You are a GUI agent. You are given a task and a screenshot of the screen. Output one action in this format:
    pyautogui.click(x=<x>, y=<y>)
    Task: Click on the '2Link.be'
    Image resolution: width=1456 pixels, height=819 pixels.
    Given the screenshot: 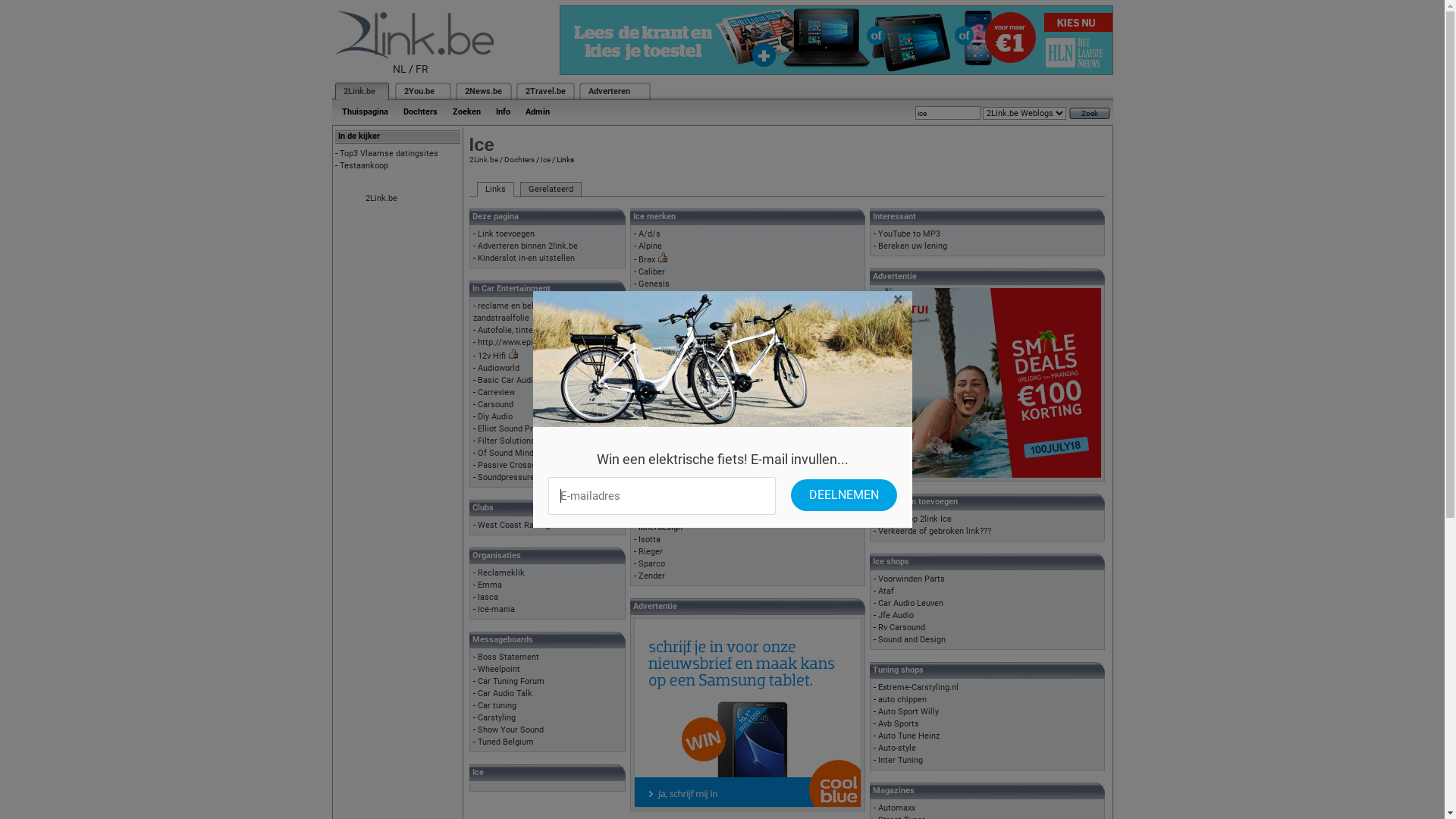 What is the action you would take?
    pyautogui.click(x=358, y=91)
    